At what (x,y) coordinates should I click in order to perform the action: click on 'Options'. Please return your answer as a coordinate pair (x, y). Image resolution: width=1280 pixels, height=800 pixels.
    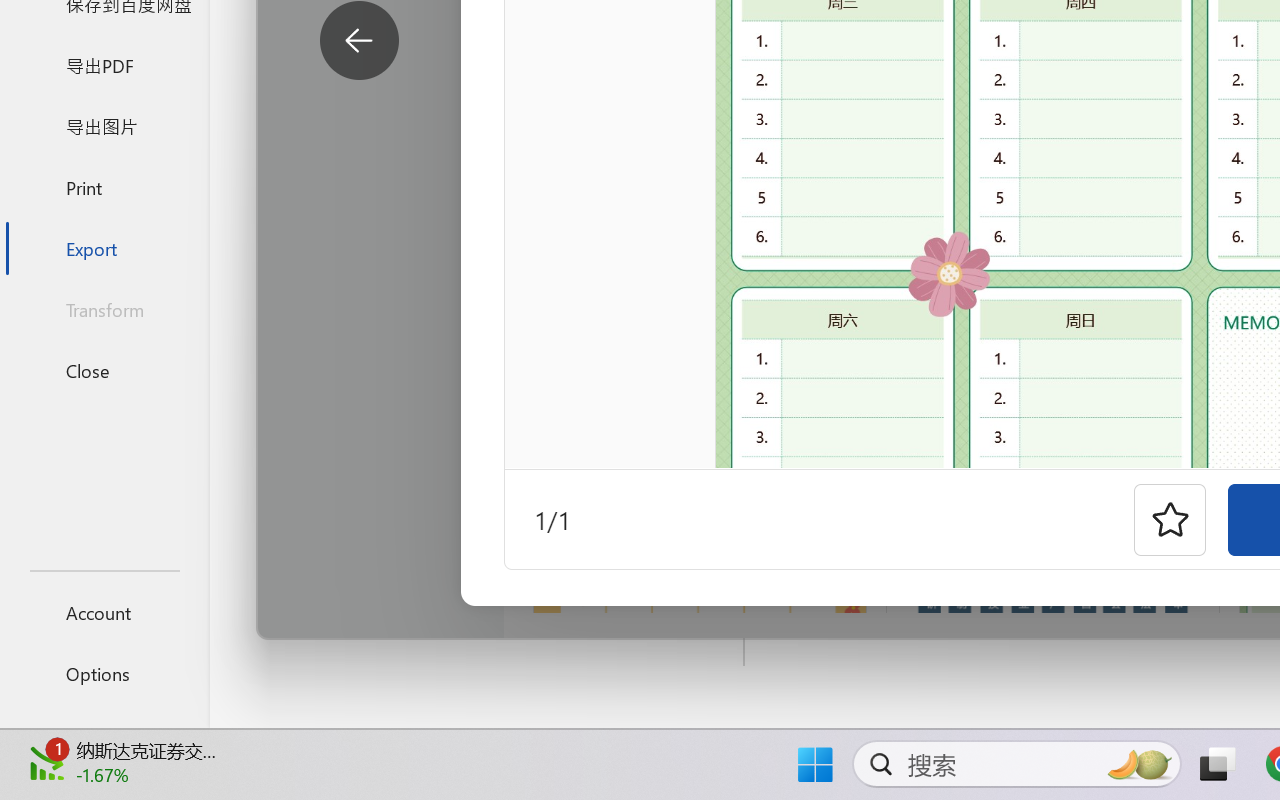
    Looking at the image, I should click on (103, 673).